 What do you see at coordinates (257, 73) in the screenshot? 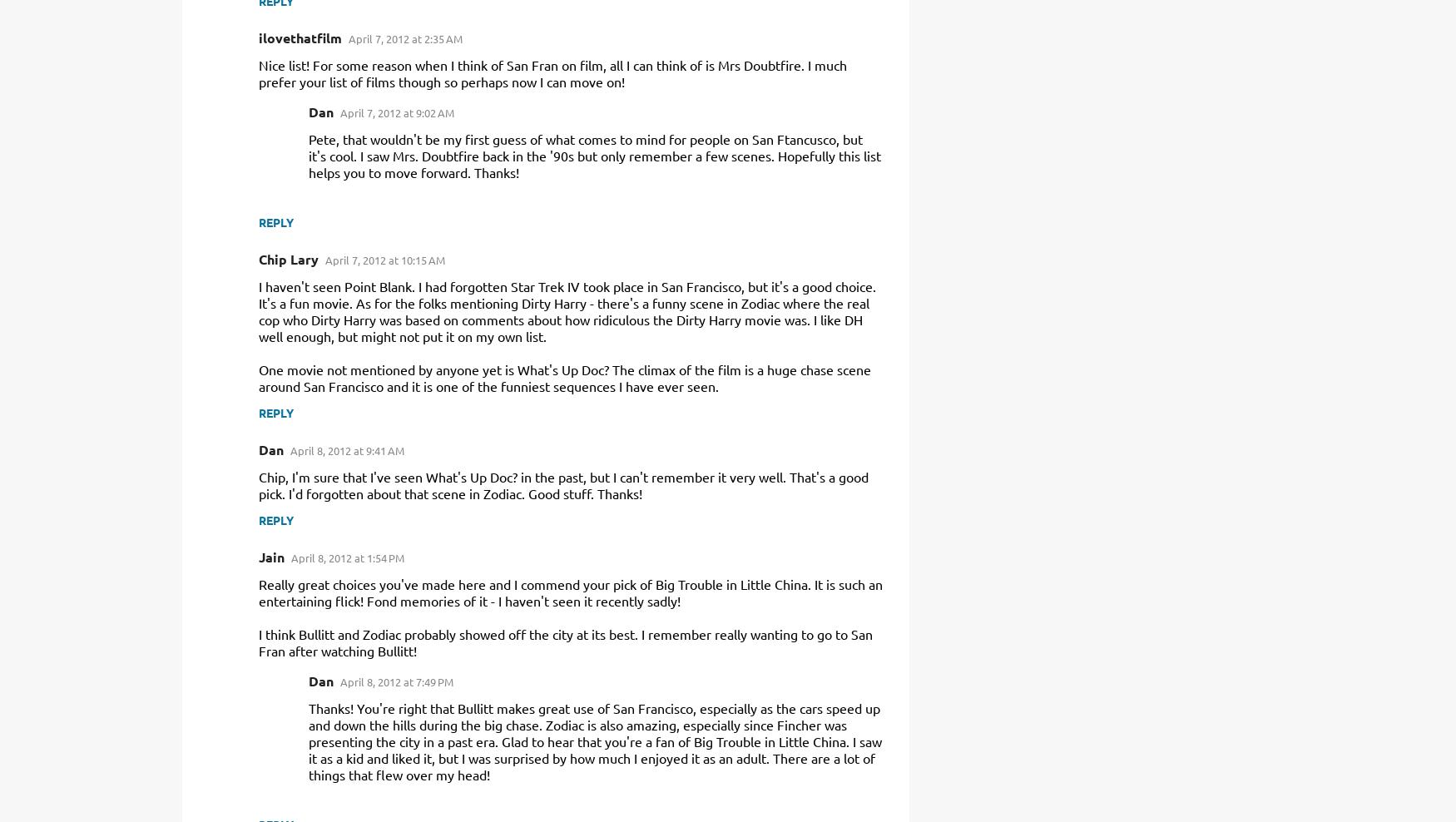
I see `'Nice list!  For some reason when I think of San Fran on film, all I can think of is Mrs Doubtfire.  I much prefer your list of films though so perhaps now I can move on!'` at bounding box center [257, 73].